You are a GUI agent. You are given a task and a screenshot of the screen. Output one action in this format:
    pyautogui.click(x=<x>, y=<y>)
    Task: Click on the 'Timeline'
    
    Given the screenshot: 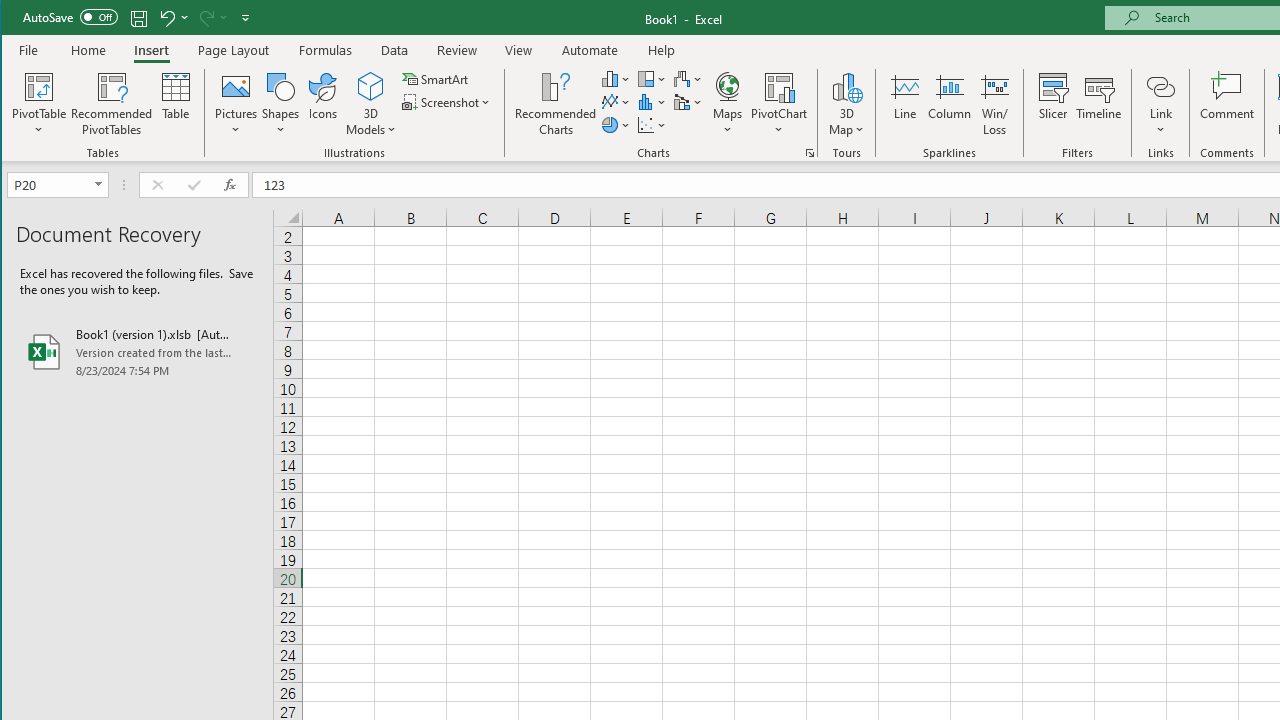 What is the action you would take?
    pyautogui.click(x=1097, y=104)
    